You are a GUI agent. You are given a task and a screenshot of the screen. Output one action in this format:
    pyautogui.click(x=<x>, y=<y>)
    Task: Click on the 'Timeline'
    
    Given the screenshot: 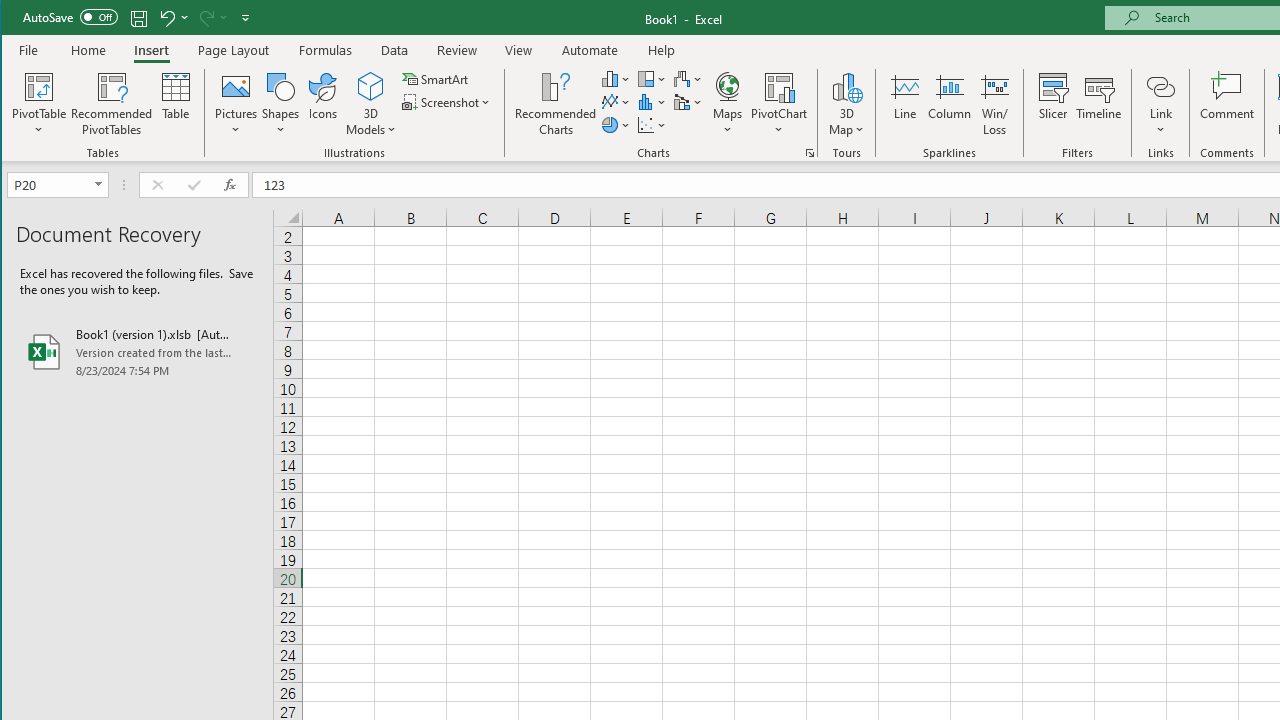 What is the action you would take?
    pyautogui.click(x=1097, y=104)
    